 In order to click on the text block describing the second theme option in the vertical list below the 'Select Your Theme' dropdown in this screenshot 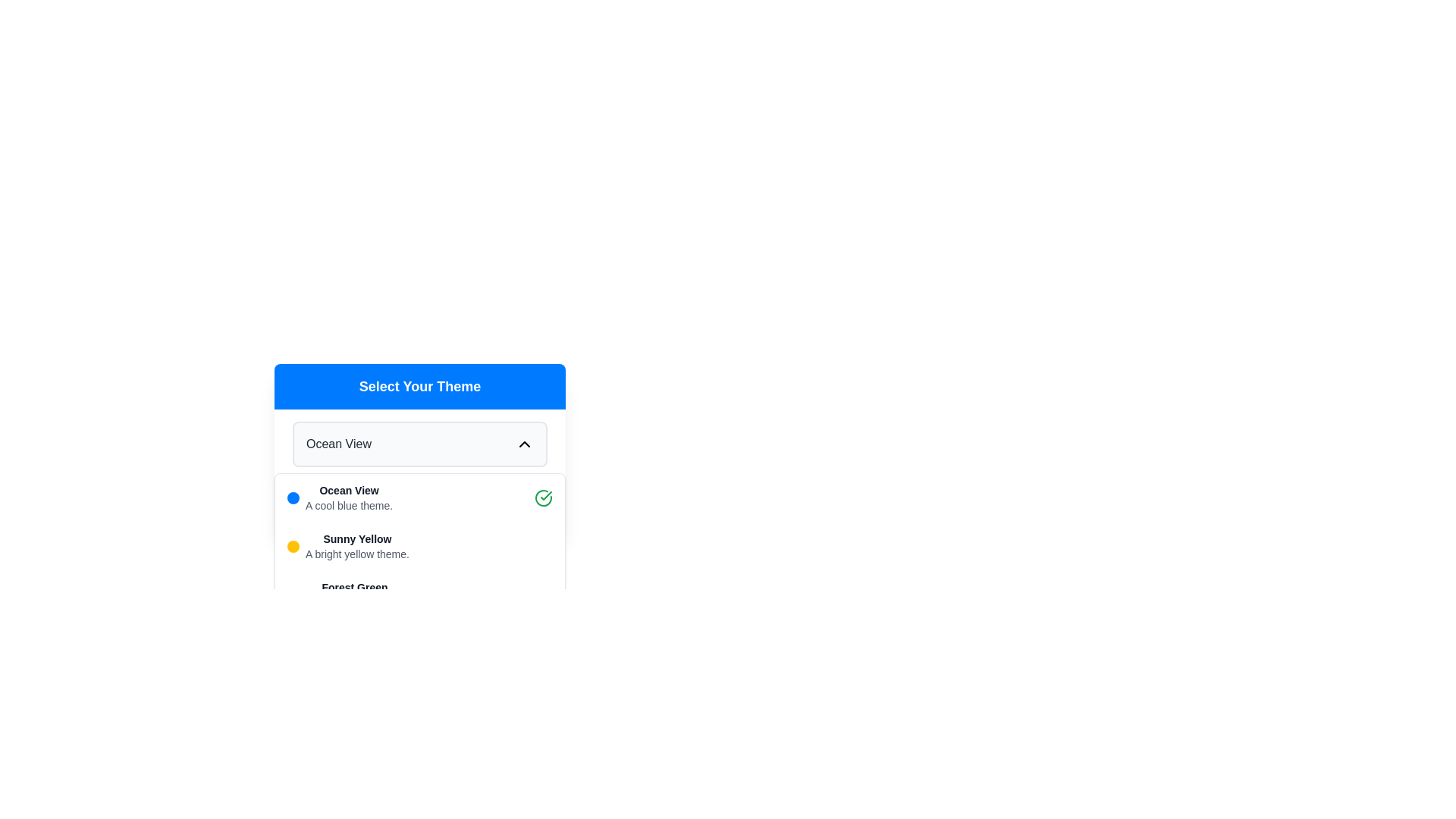, I will do `click(356, 547)`.